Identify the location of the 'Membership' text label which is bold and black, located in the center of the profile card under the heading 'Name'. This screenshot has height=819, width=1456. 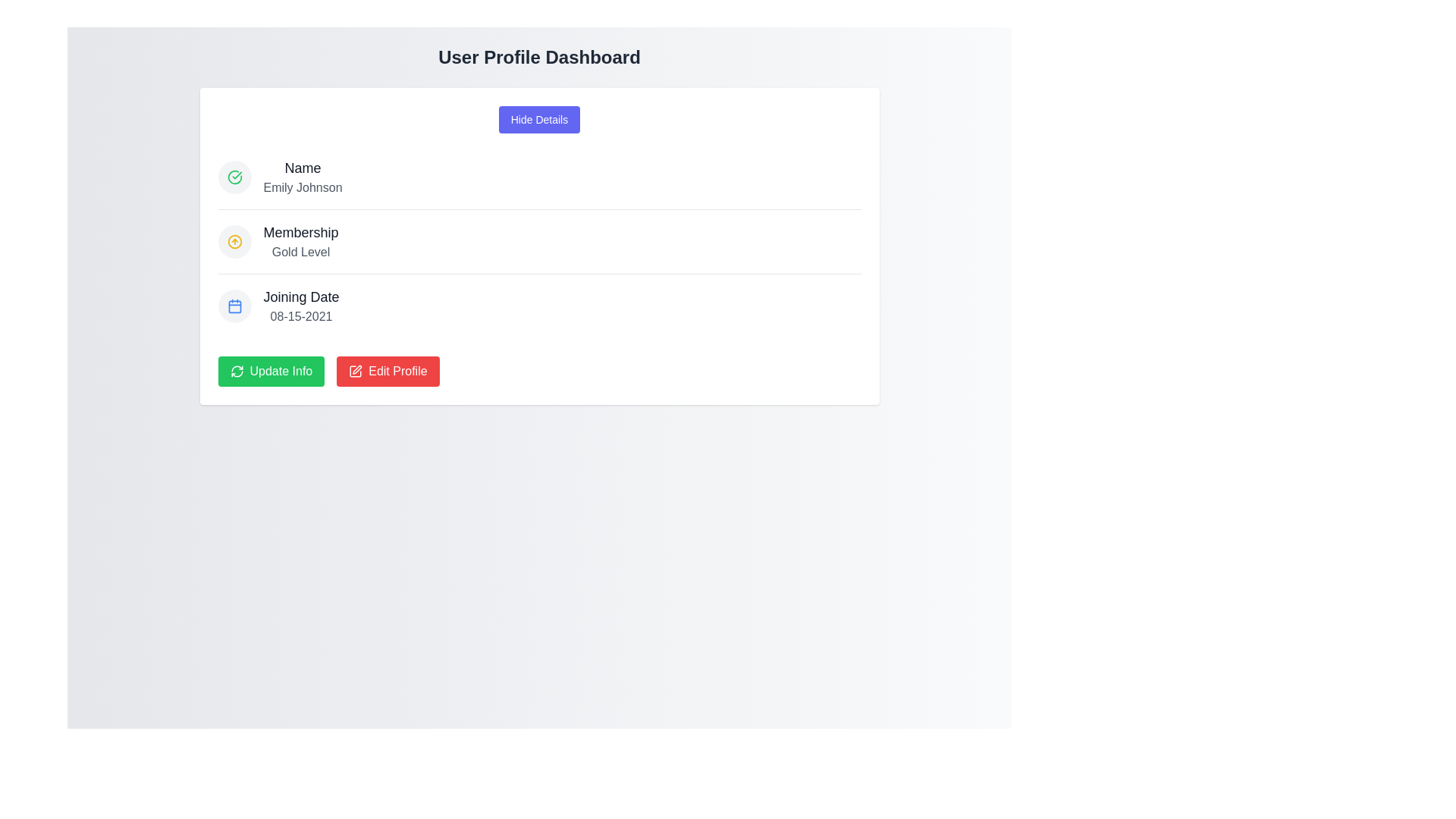
(301, 233).